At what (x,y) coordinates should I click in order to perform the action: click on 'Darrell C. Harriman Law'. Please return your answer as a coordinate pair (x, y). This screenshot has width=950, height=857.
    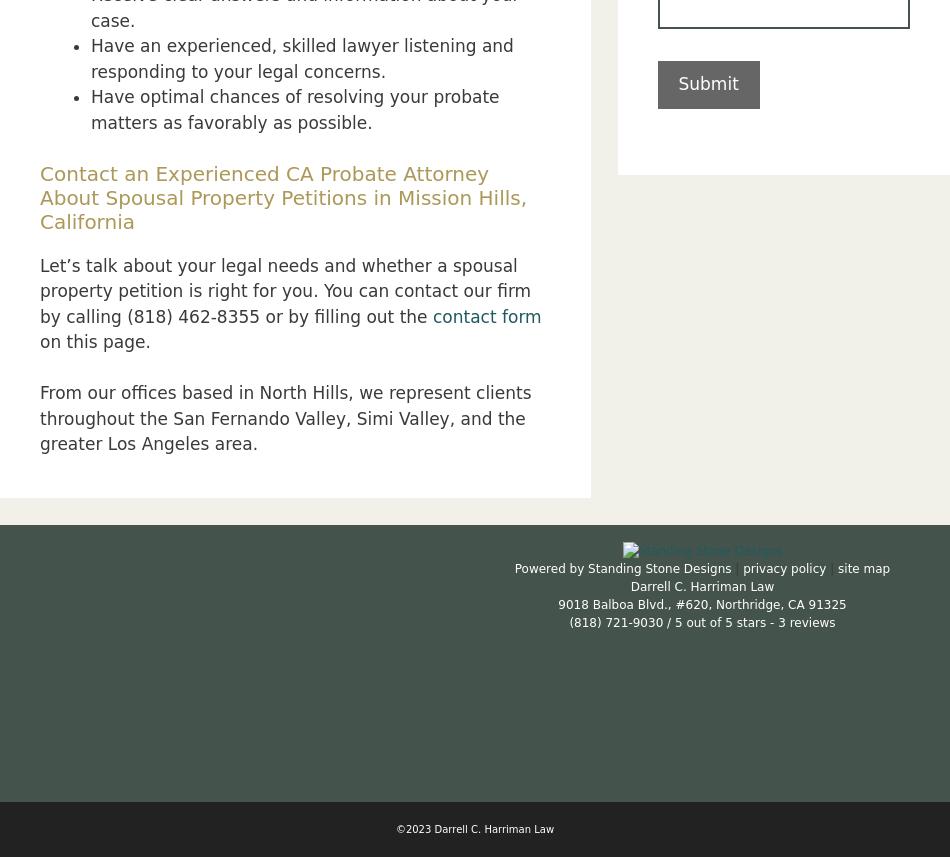
    Looking at the image, I should click on (701, 585).